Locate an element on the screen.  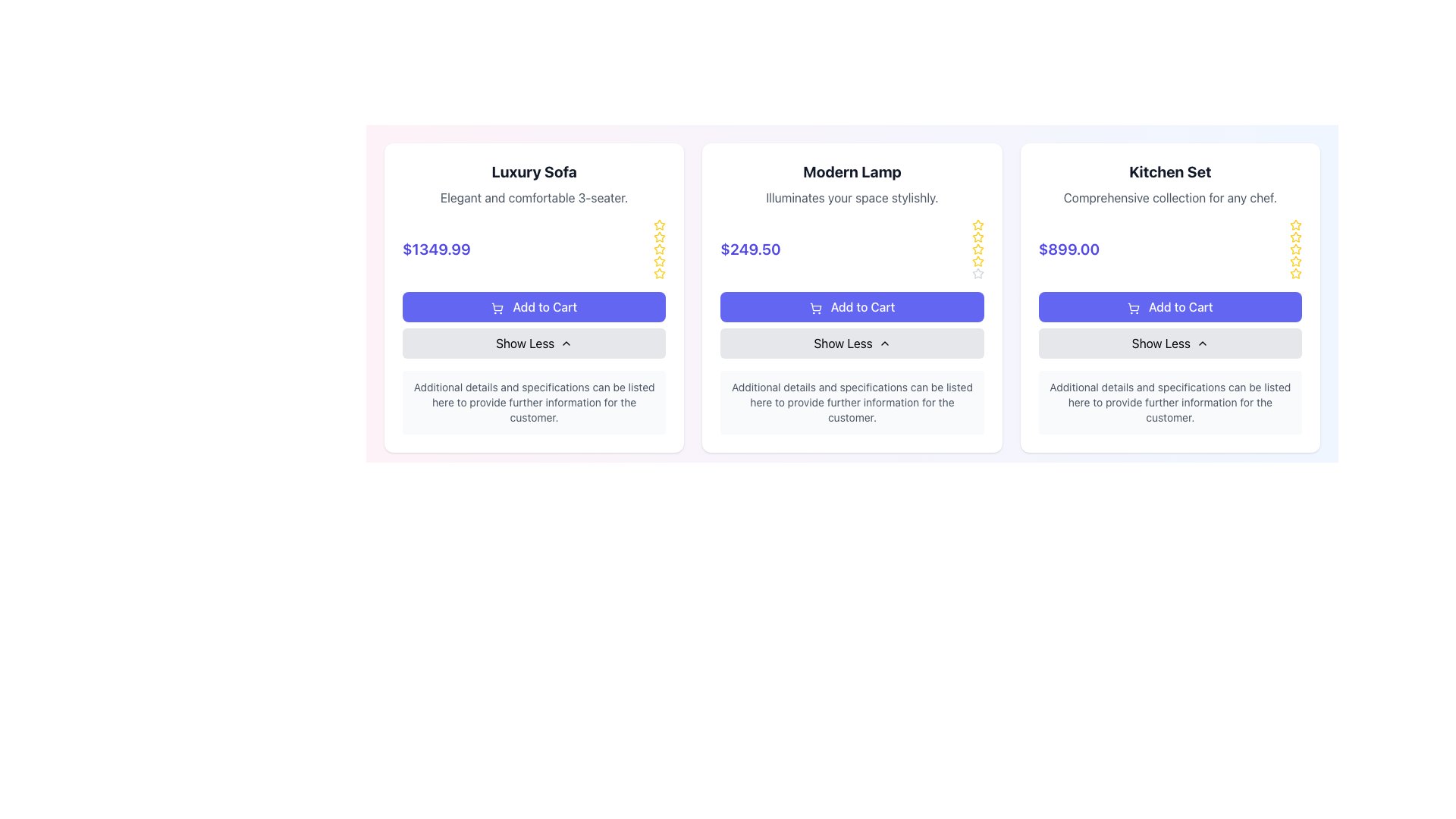
description text label that states 'Elegant and comfortable 3-seater.' which is located below the 'Luxury Sofa' header and above the price section within the leftmost card is located at coordinates (534, 197).